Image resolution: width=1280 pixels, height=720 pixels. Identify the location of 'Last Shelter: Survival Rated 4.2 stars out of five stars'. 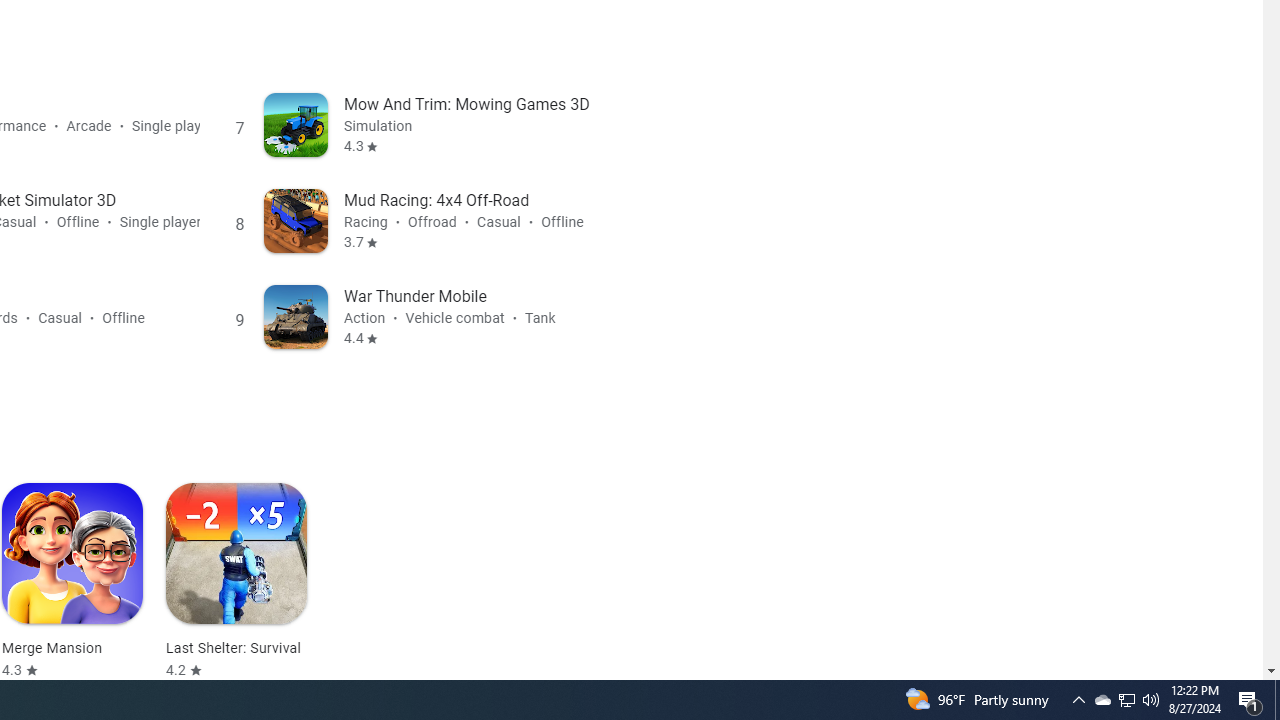
(236, 581).